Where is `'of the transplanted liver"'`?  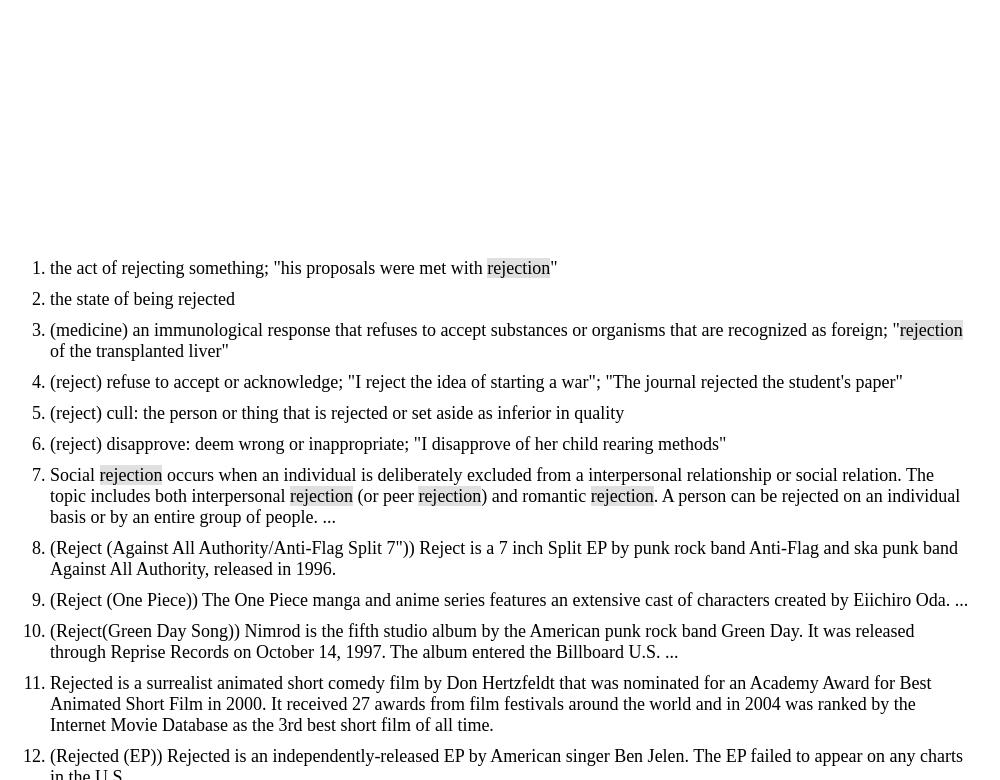
'of the transplanted liver"' is located at coordinates (139, 350).